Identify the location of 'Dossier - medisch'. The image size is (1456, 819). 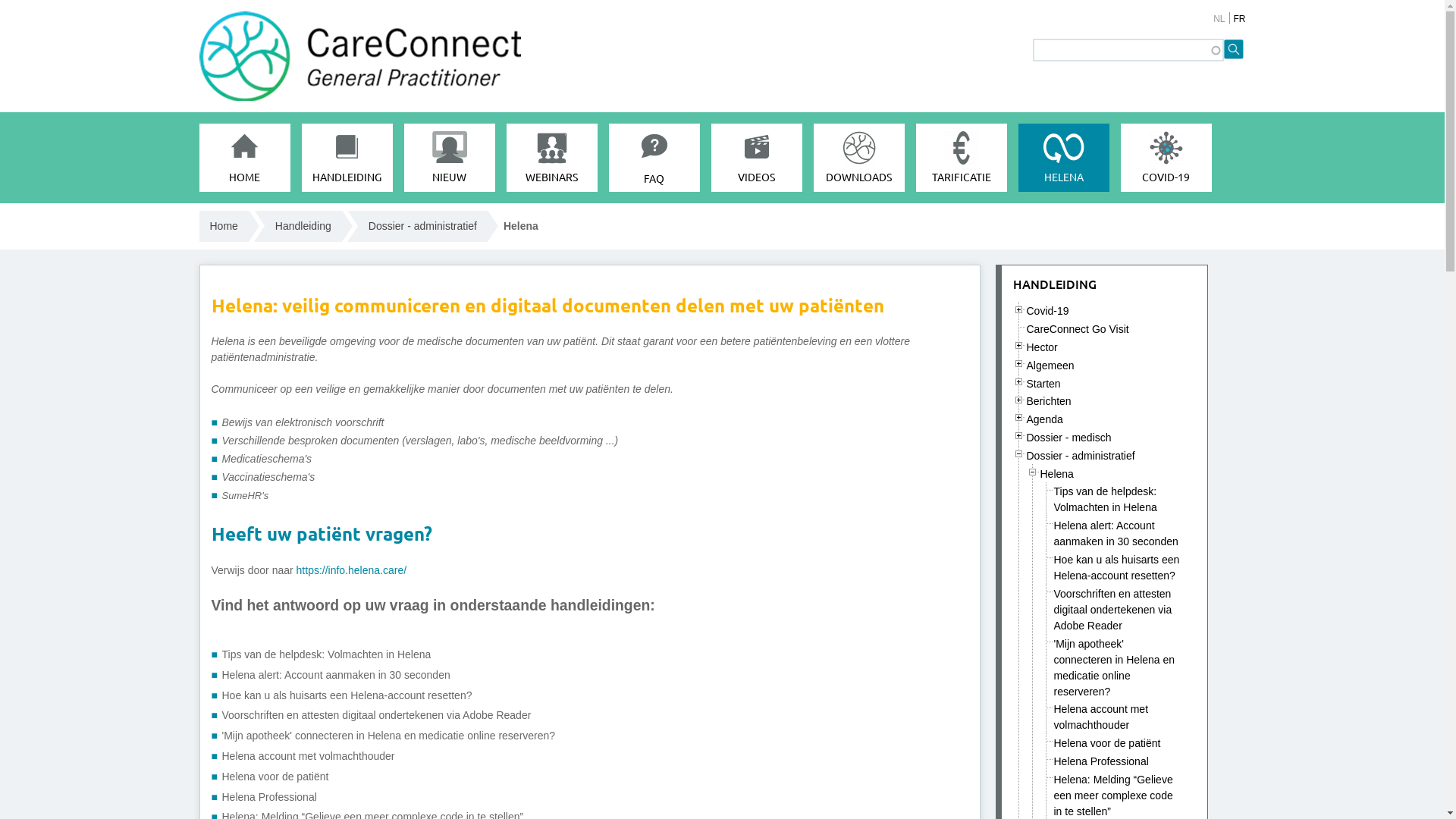
(1068, 438).